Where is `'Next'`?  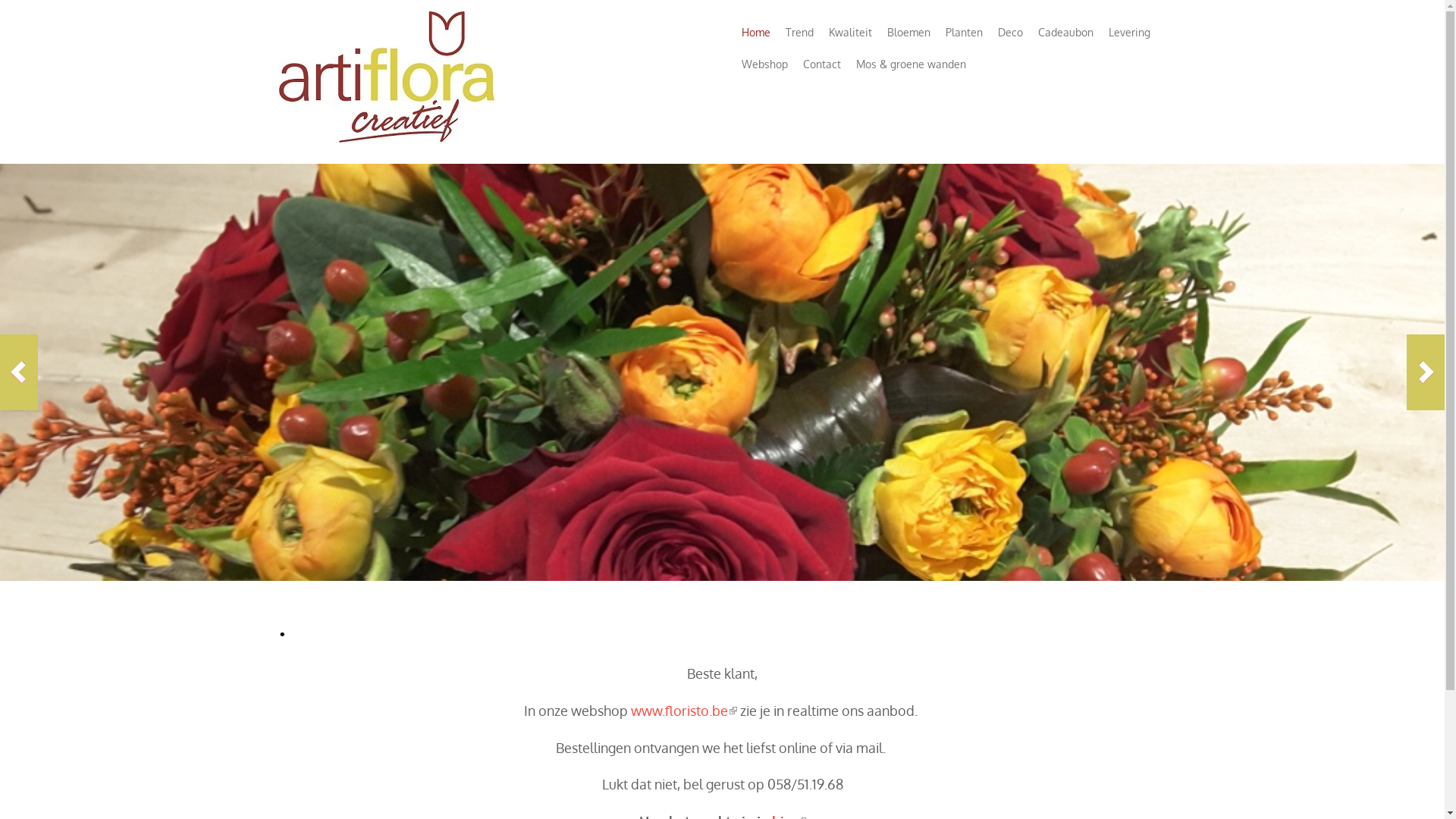
'Next' is located at coordinates (1425, 372).